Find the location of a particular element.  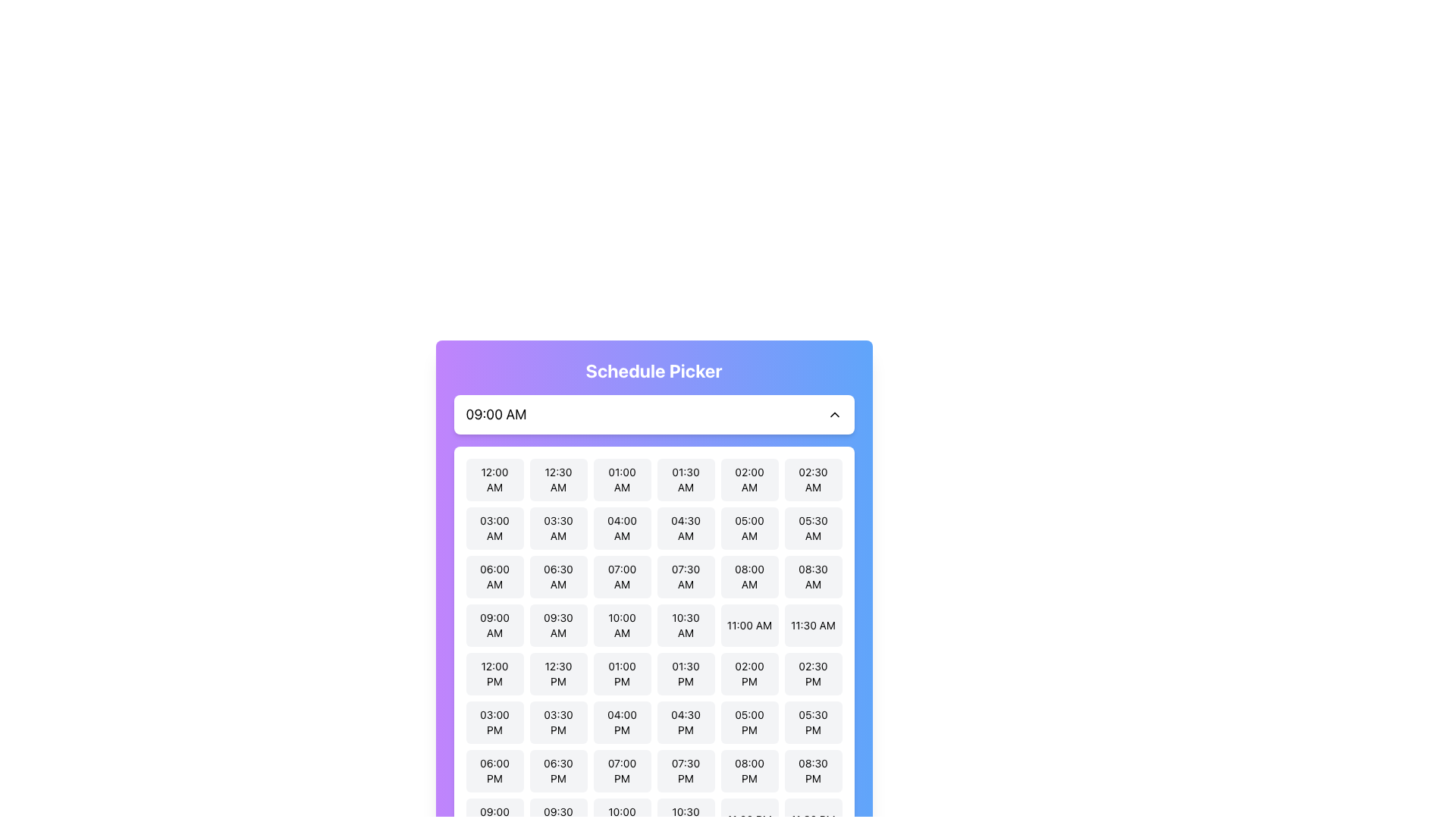

the button that allows users to select the 01:00 PM time slot in the schedule picker is located at coordinates (622, 673).